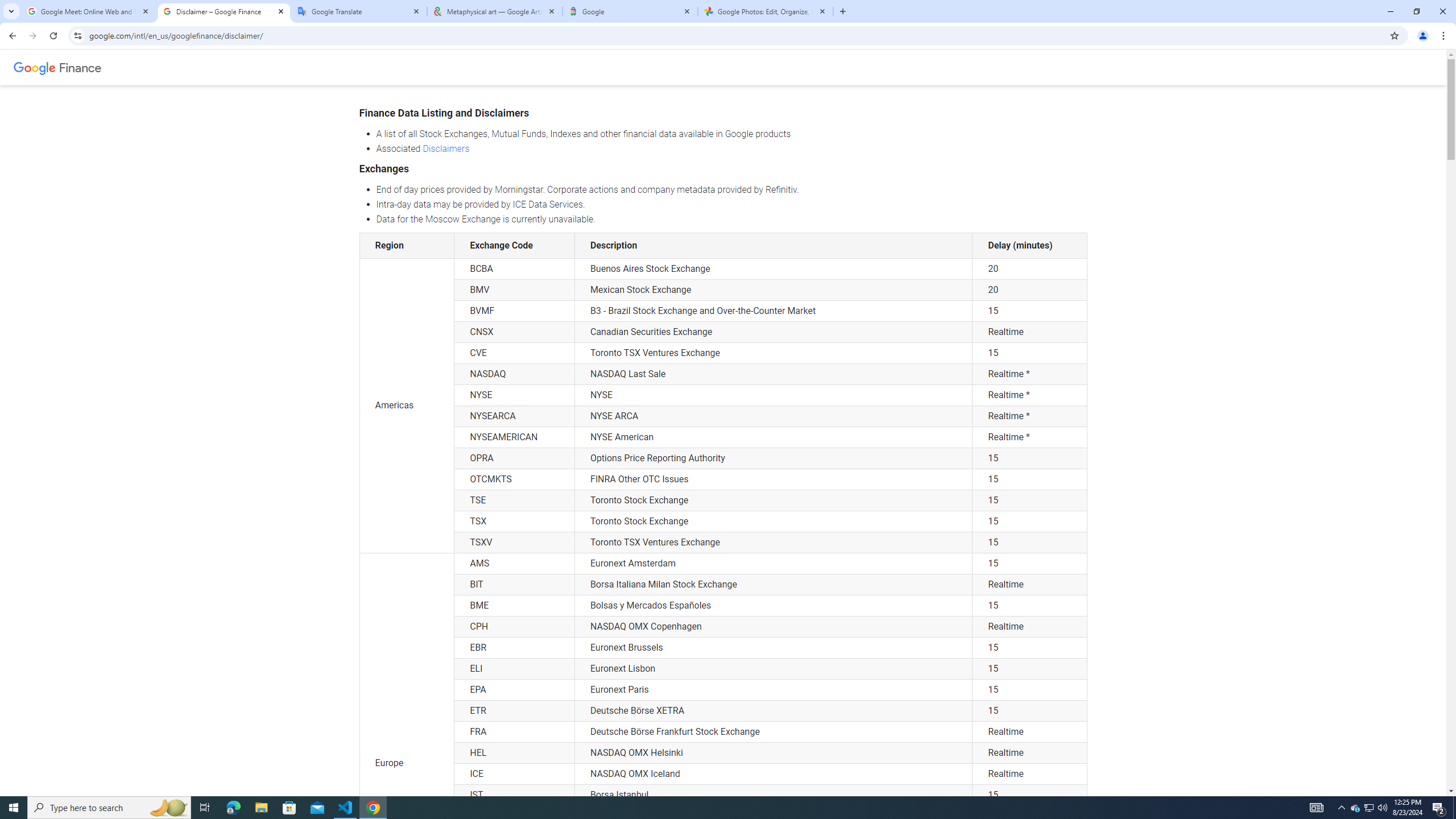 This screenshot has width=1456, height=819. Describe the element at coordinates (514, 773) in the screenshot. I see `'ICE'` at that location.